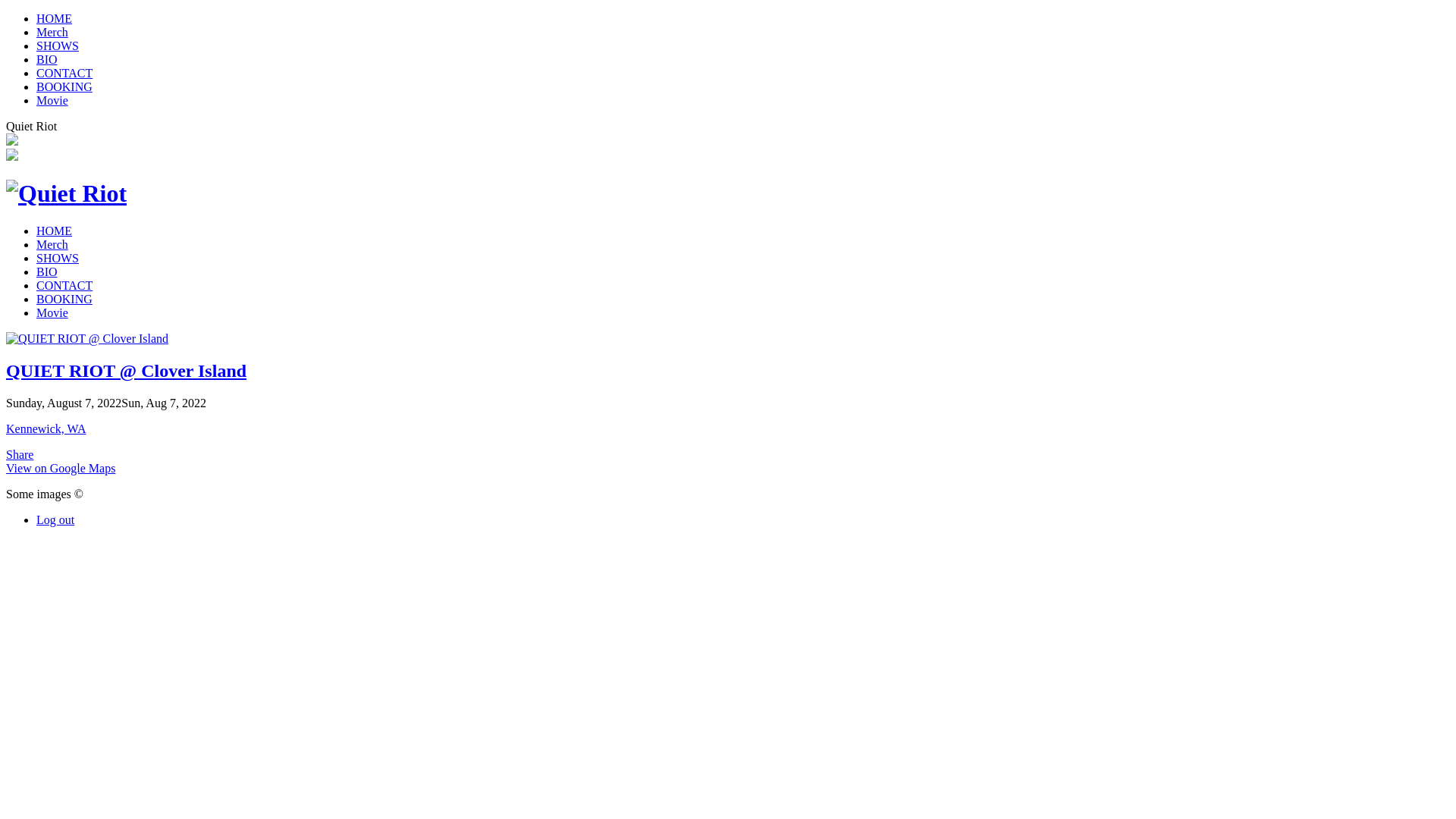  I want to click on 'Movie', so click(52, 100).